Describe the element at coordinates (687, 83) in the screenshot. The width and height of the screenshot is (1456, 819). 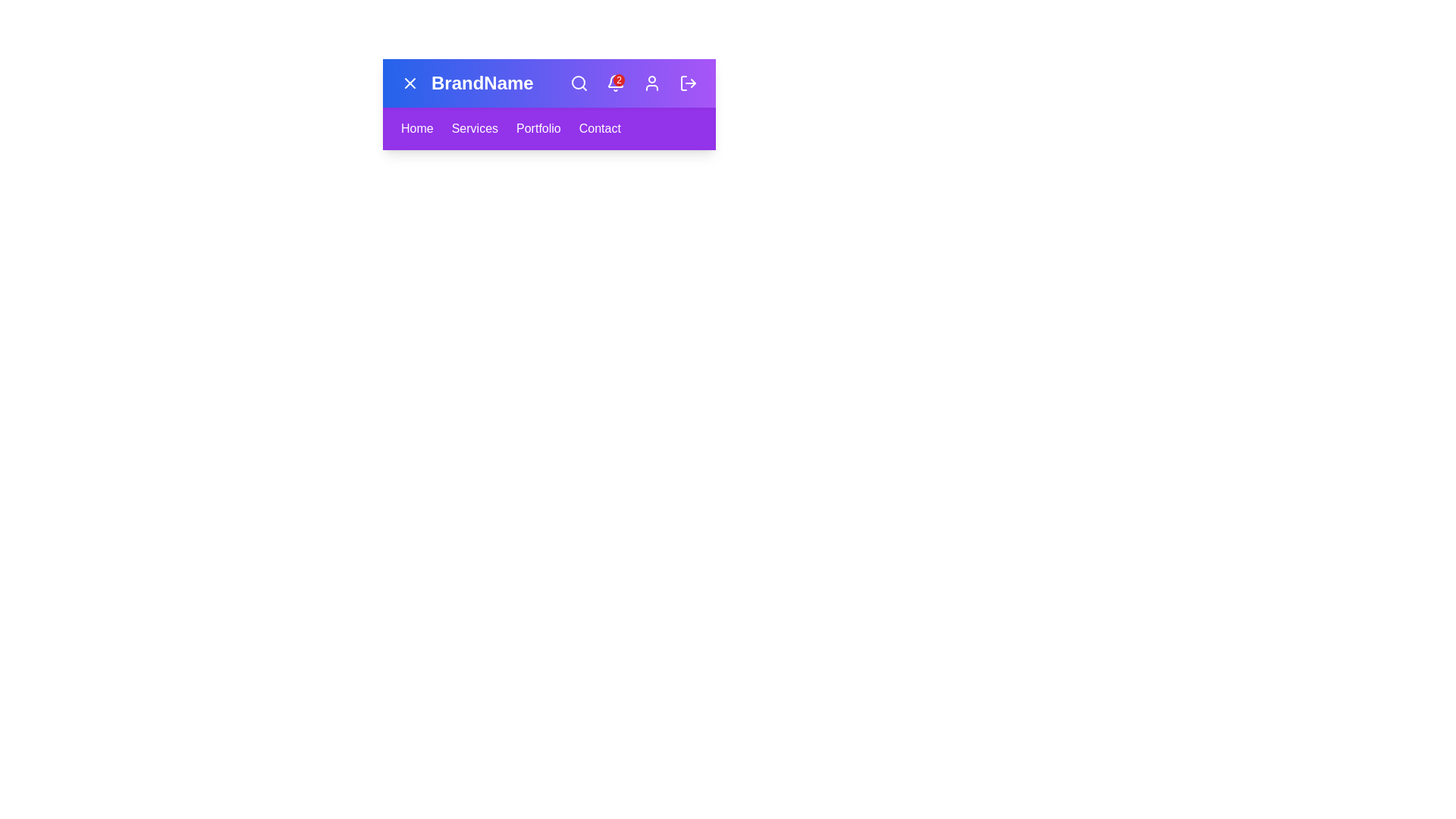
I see `the logout icon, which is styled with a right-facing arrow exiting a rectangle, located at the far right of the navigation bar` at that location.